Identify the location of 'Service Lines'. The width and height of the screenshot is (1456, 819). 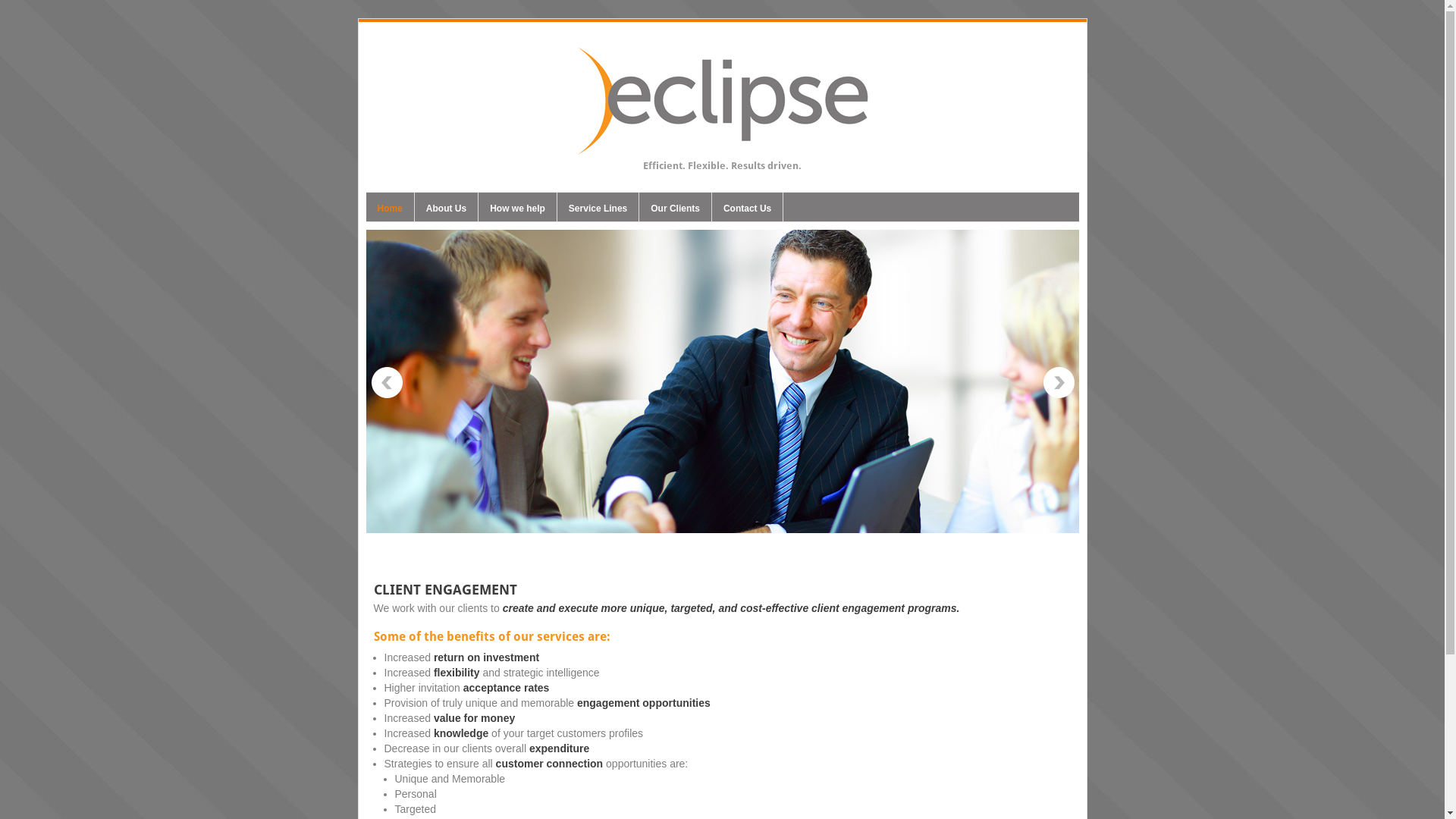
(597, 210).